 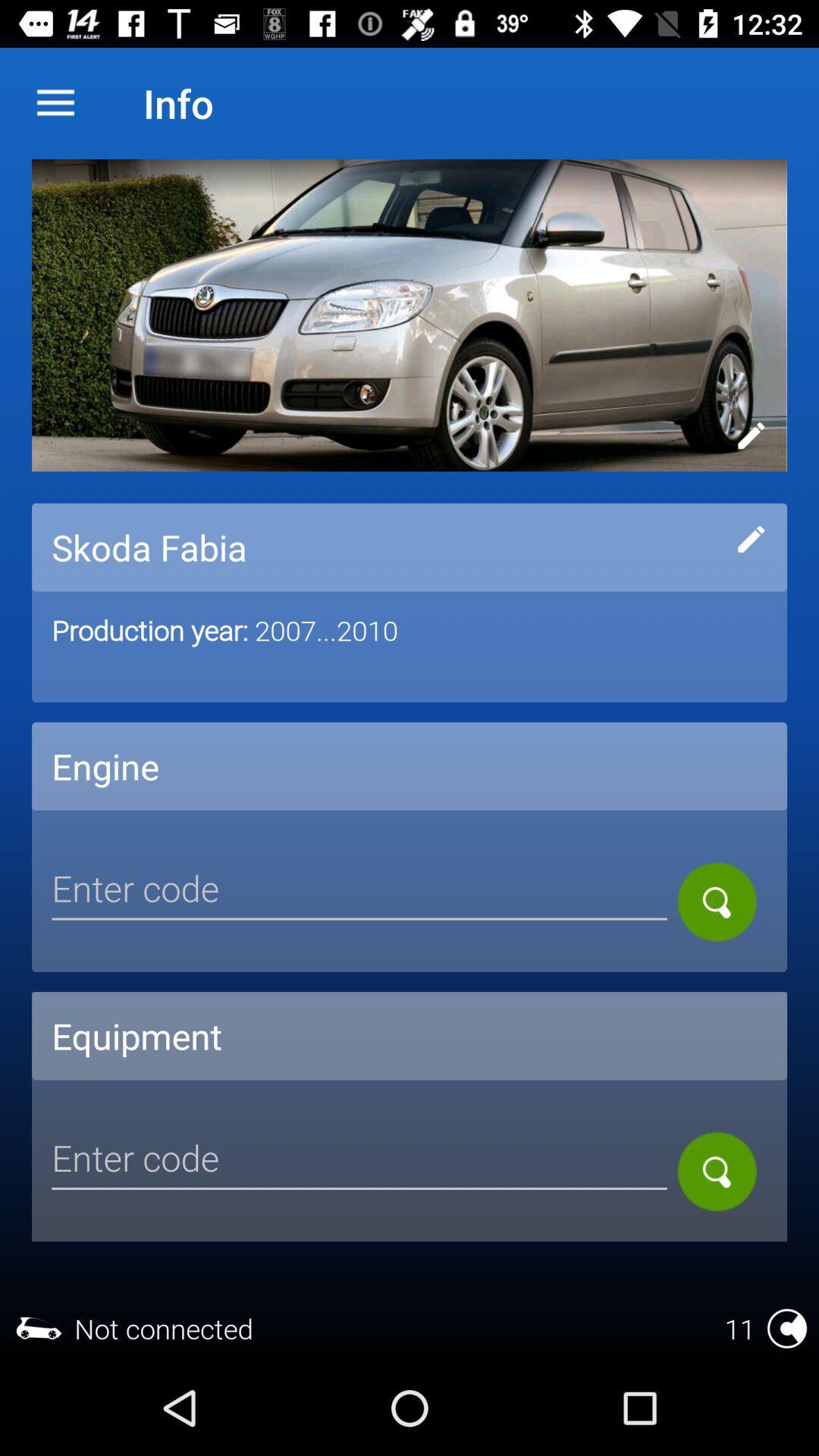 I want to click on input details, so click(x=751, y=538).